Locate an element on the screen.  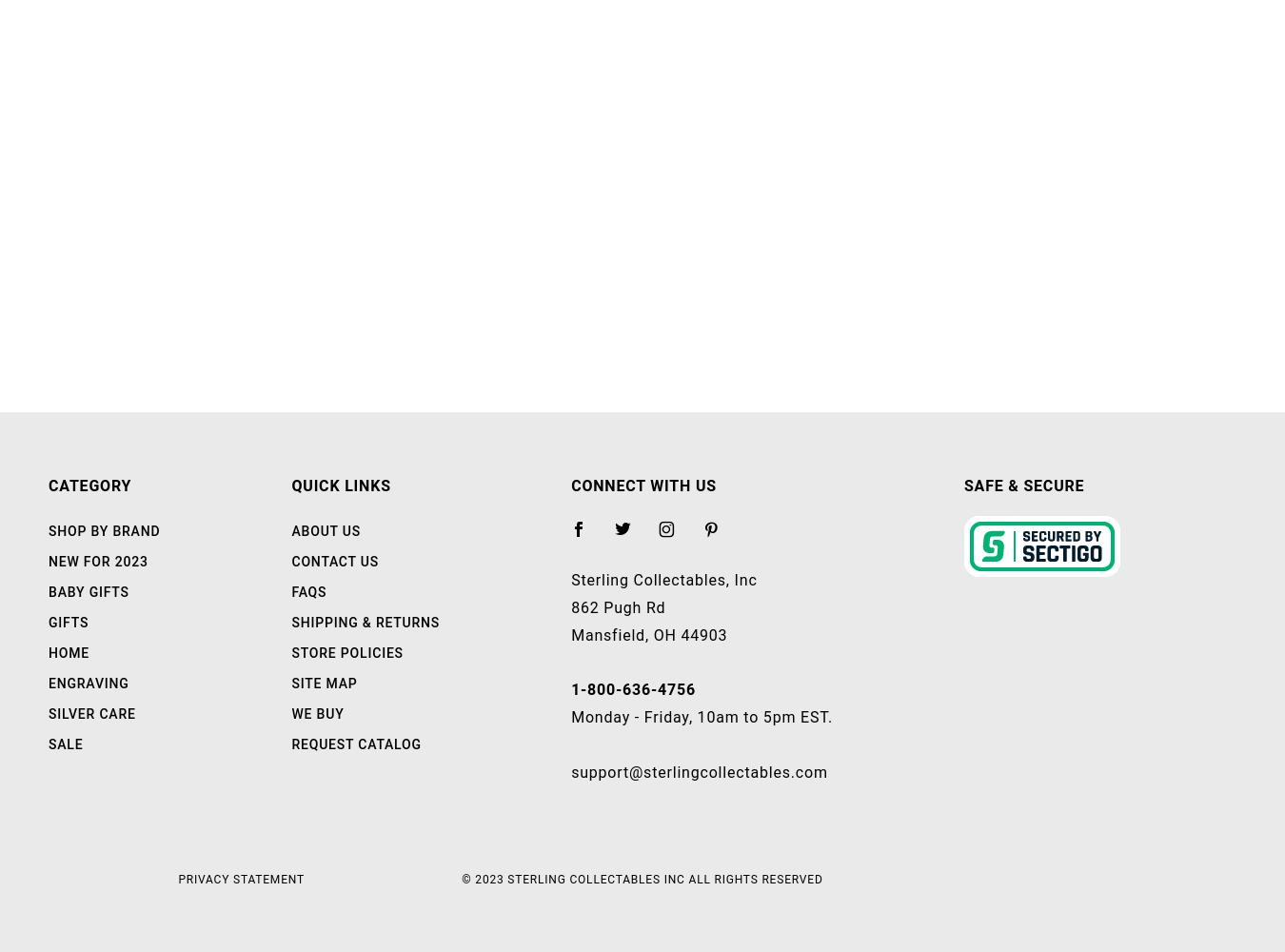
'862 Pugh Rd' is located at coordinates (618, 606).